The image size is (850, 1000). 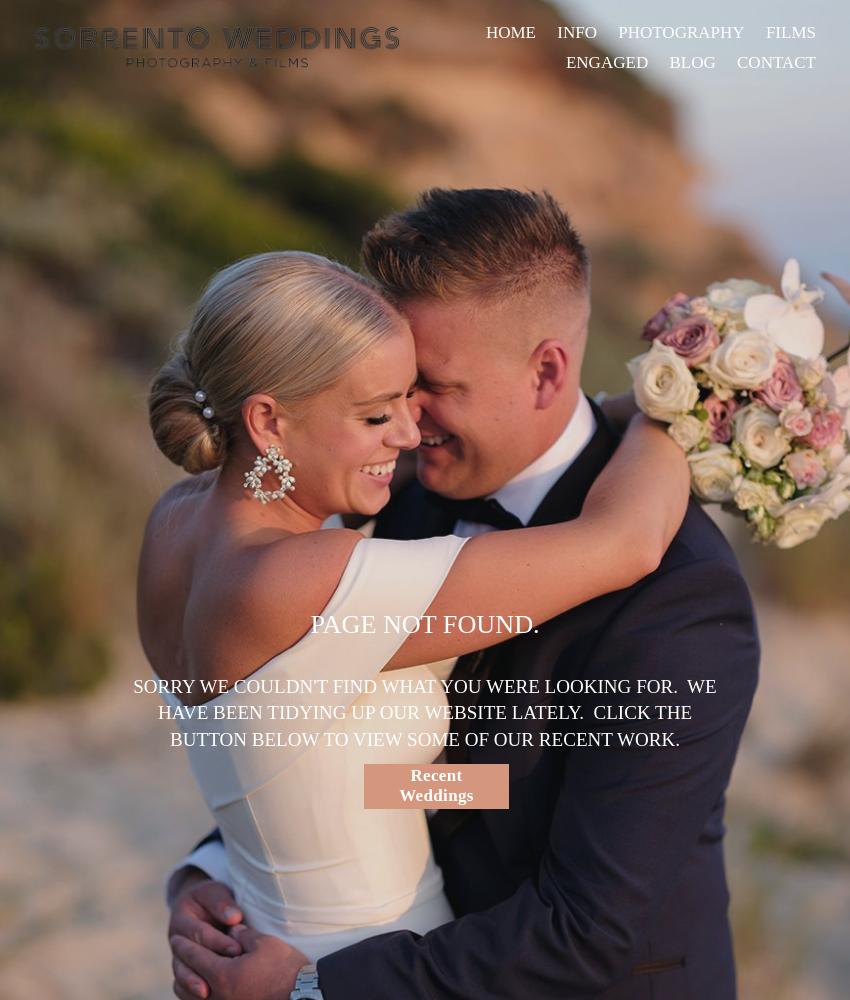 I want to click on 'REVIEWS', so click(x=558, y=117).